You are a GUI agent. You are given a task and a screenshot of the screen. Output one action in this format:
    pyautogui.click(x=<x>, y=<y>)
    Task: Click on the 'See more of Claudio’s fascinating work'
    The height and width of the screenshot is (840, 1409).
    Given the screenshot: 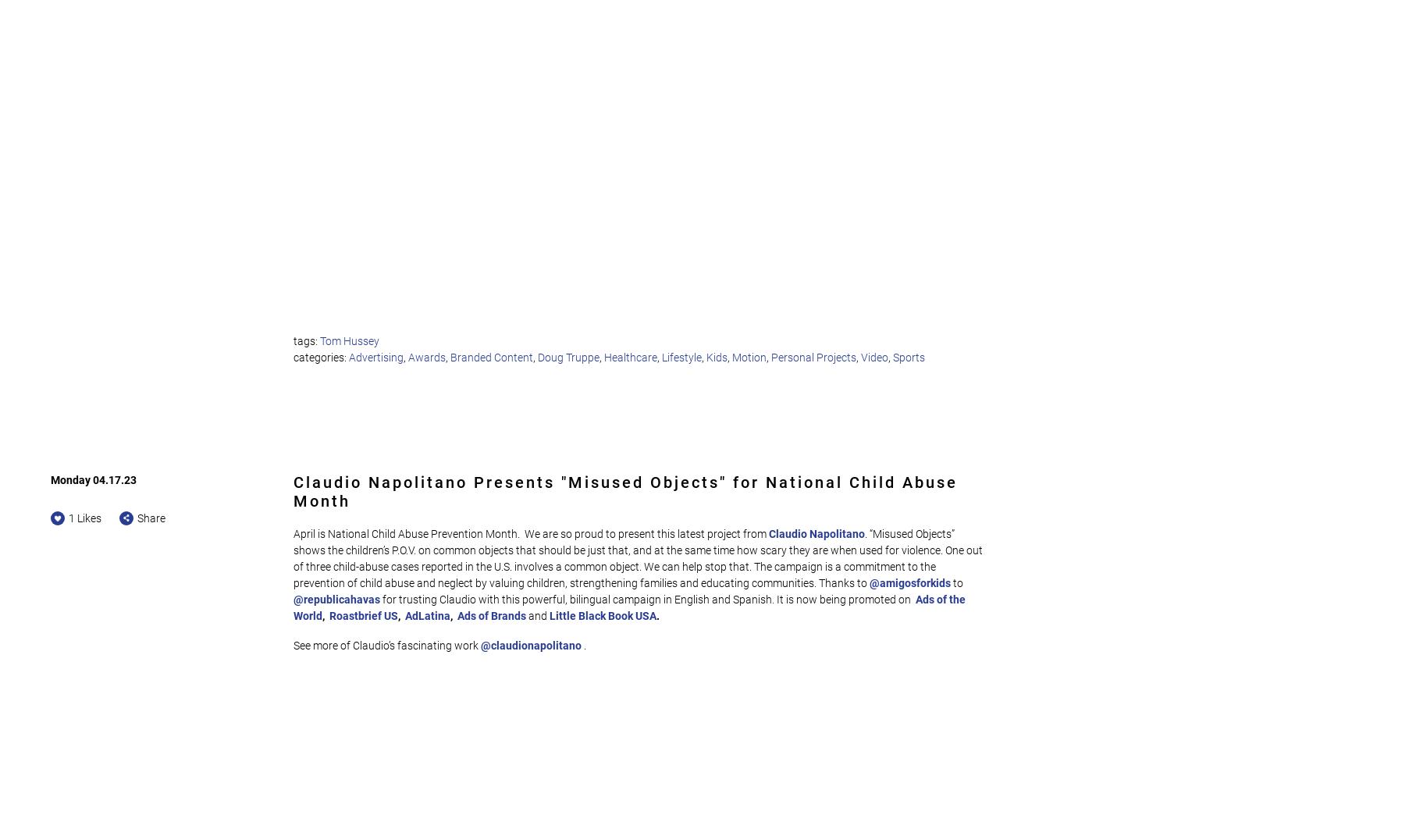 What is the action you would take?
    pyautogui.click(x=387, y=645)
    